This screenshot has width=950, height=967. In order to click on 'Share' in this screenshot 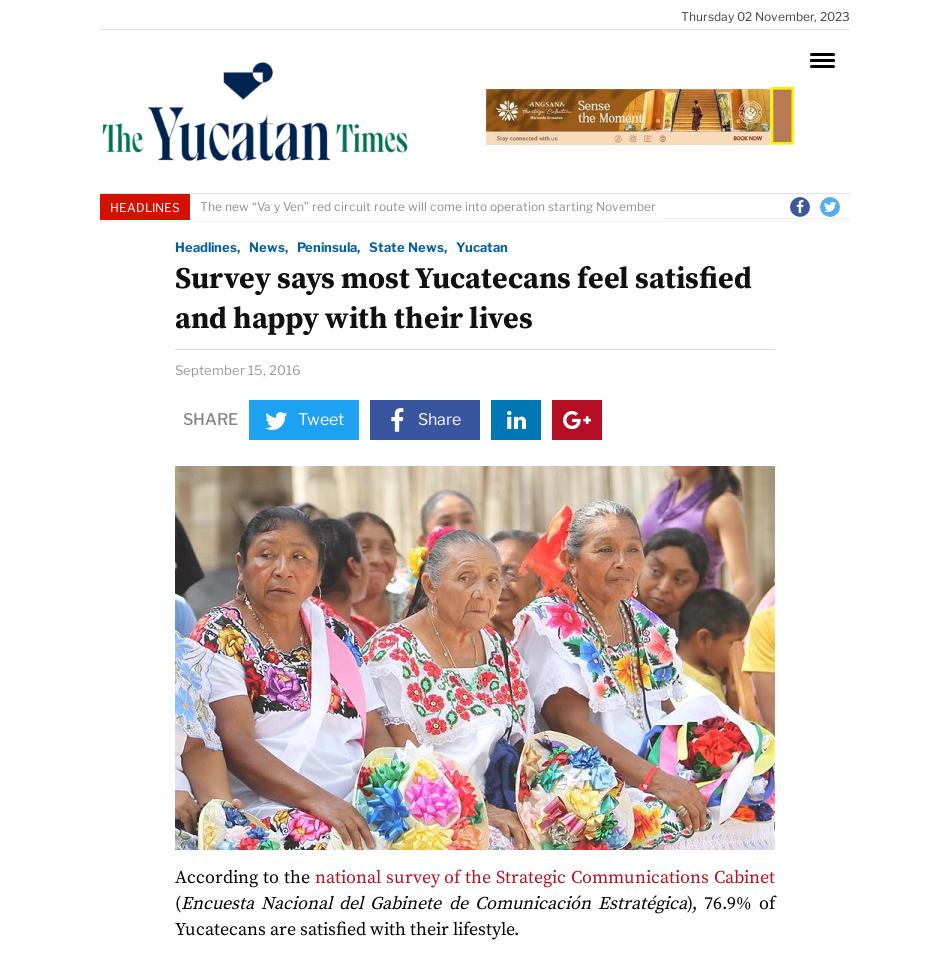, I will do `click(182, 418)`.